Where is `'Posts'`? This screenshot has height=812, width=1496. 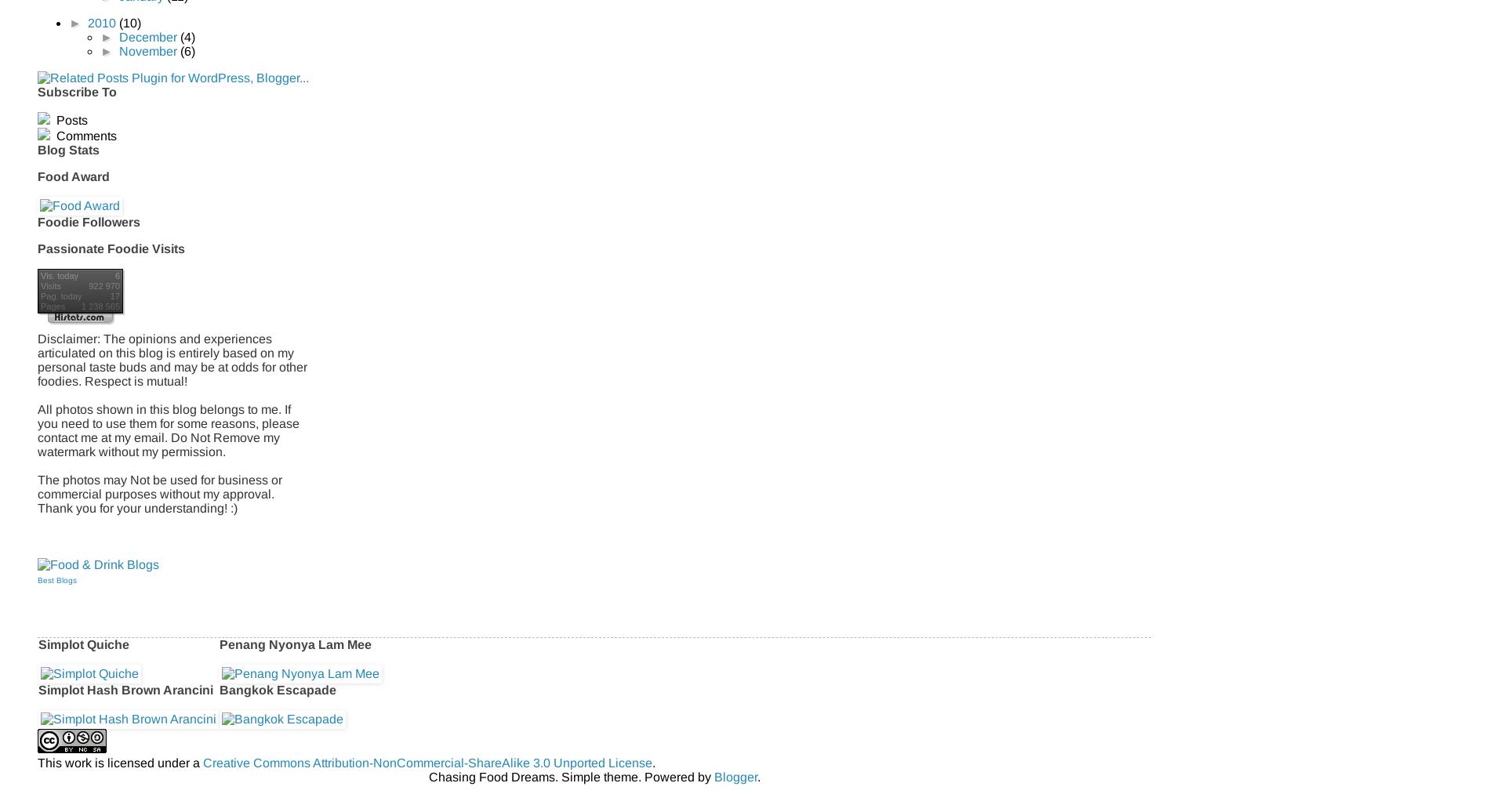
'Posts' is located at coordinates (52, 119).